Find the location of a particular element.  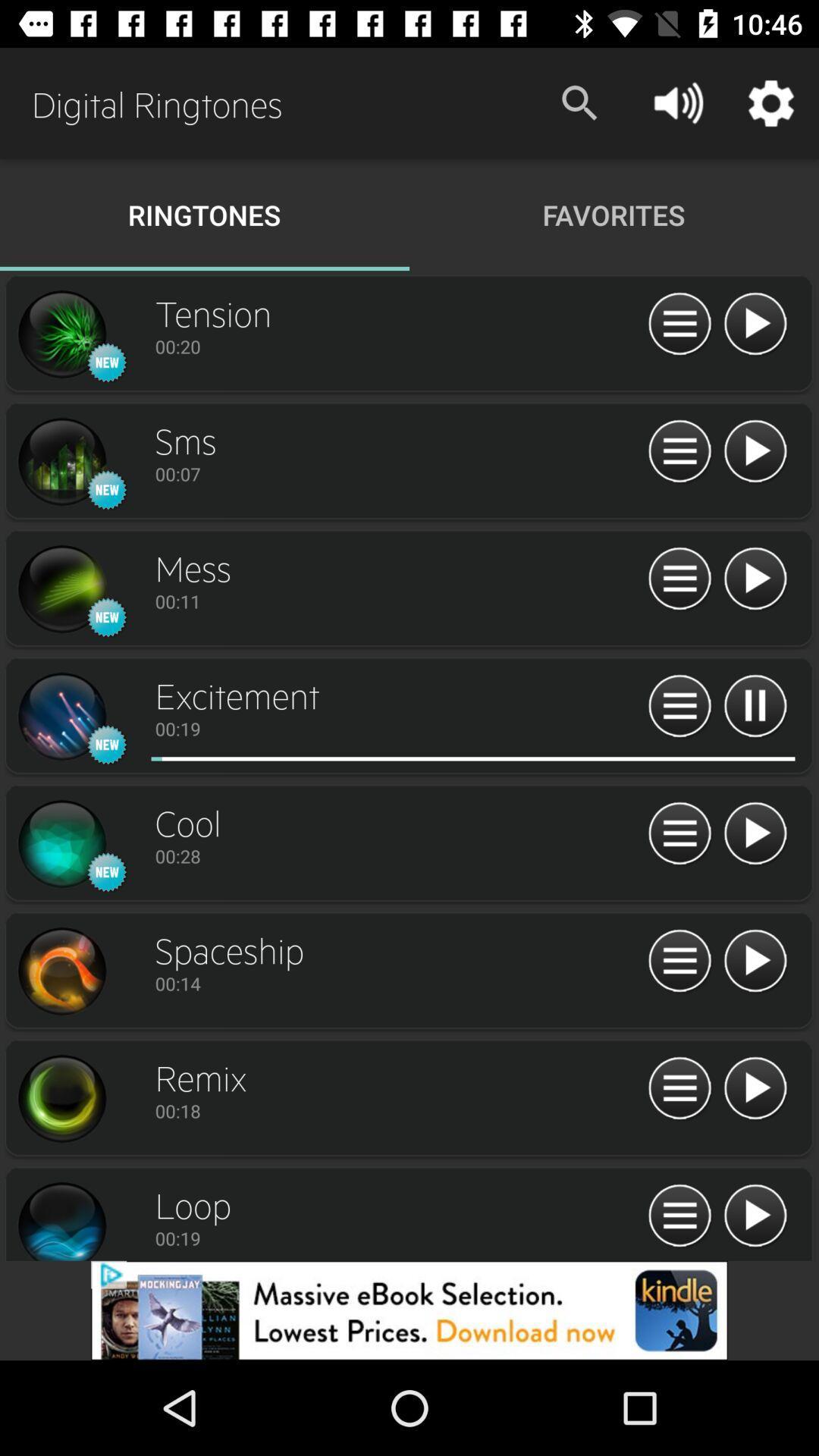

open ringtone details is located at coordinates (61, 1099).